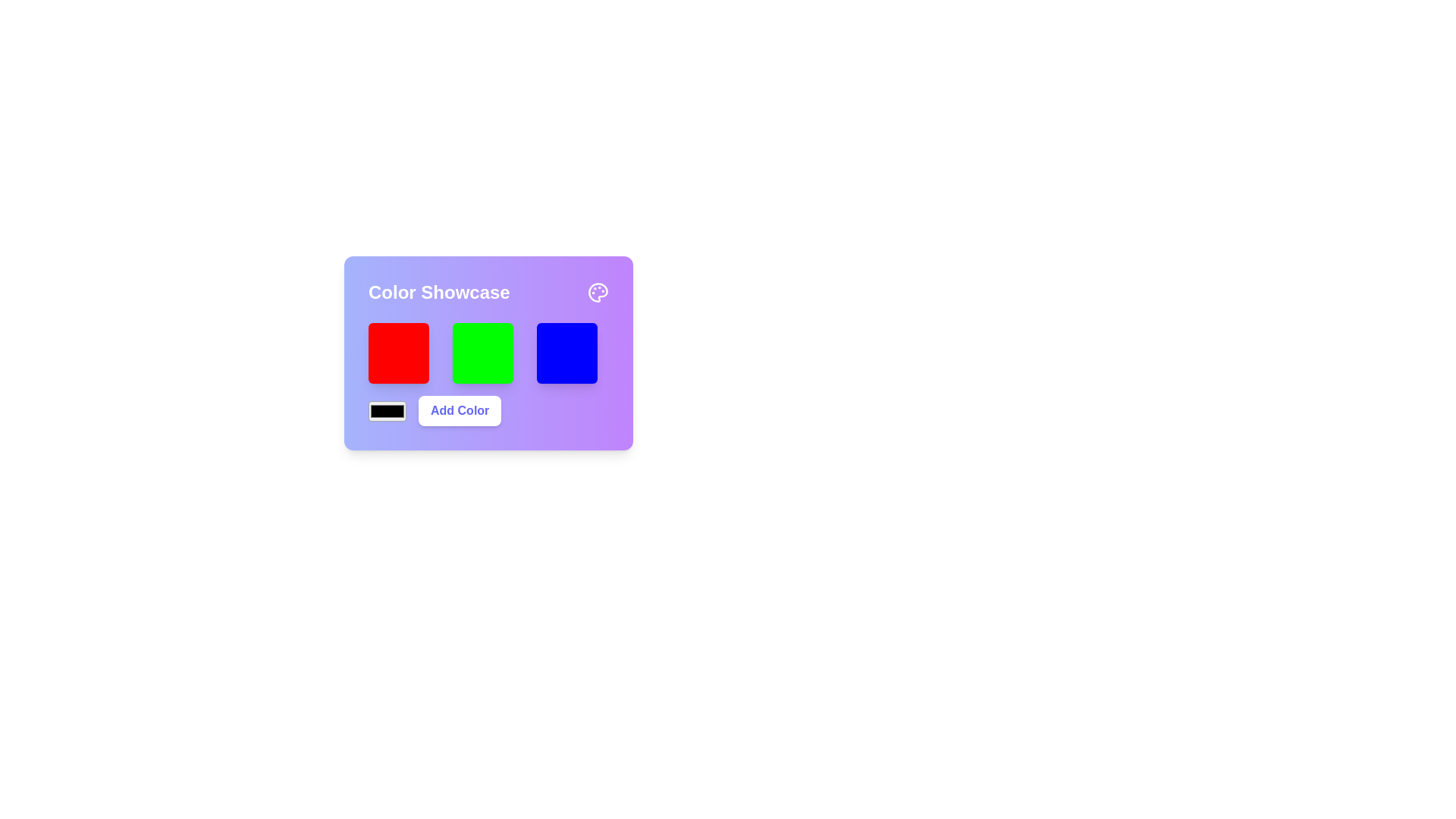  Describe the element at coordinates (438, 292) in the screenshot. I see `the text element displaying 'Color Showcase' in bold, large white font against a violet gradient background, located at the top-left corner of the violet block` at that location.